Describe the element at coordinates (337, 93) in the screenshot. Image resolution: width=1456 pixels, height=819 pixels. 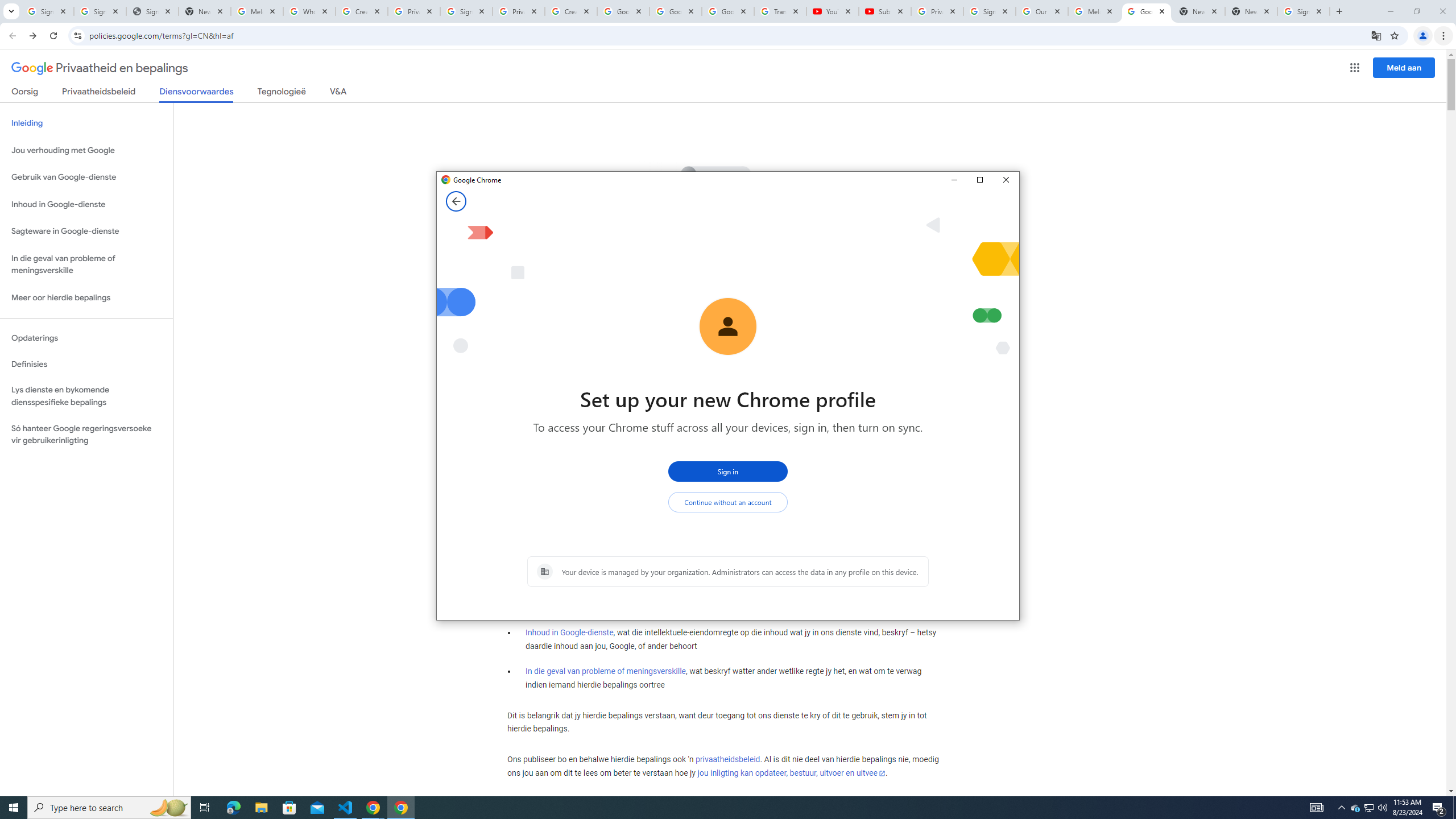
I see `'V&A'` at that location.